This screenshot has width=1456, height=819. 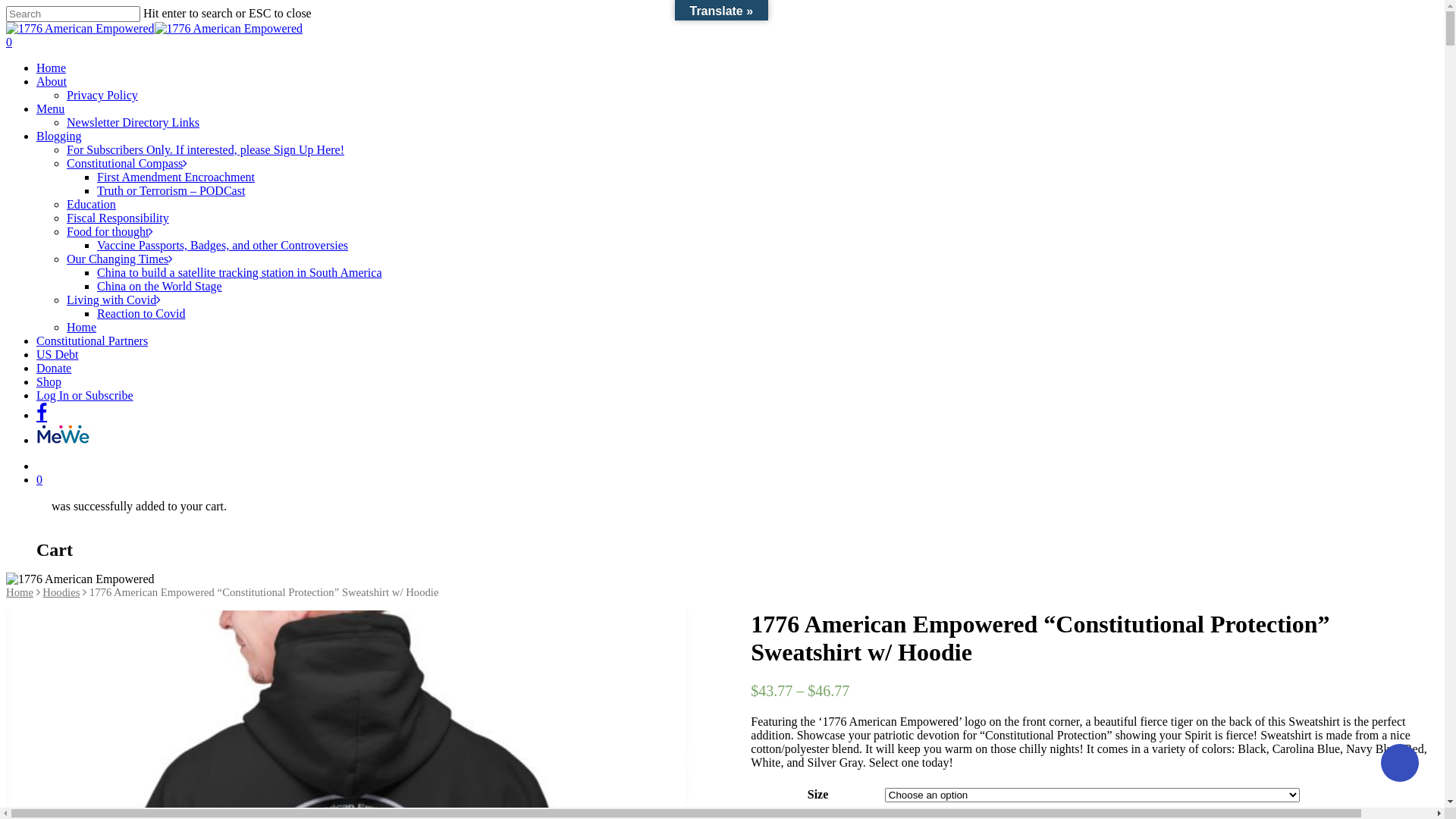 What do you see at coordinates (65, 300) in the screenshot?
I see `'Living with Covid'` at bounding box center [65, 300].